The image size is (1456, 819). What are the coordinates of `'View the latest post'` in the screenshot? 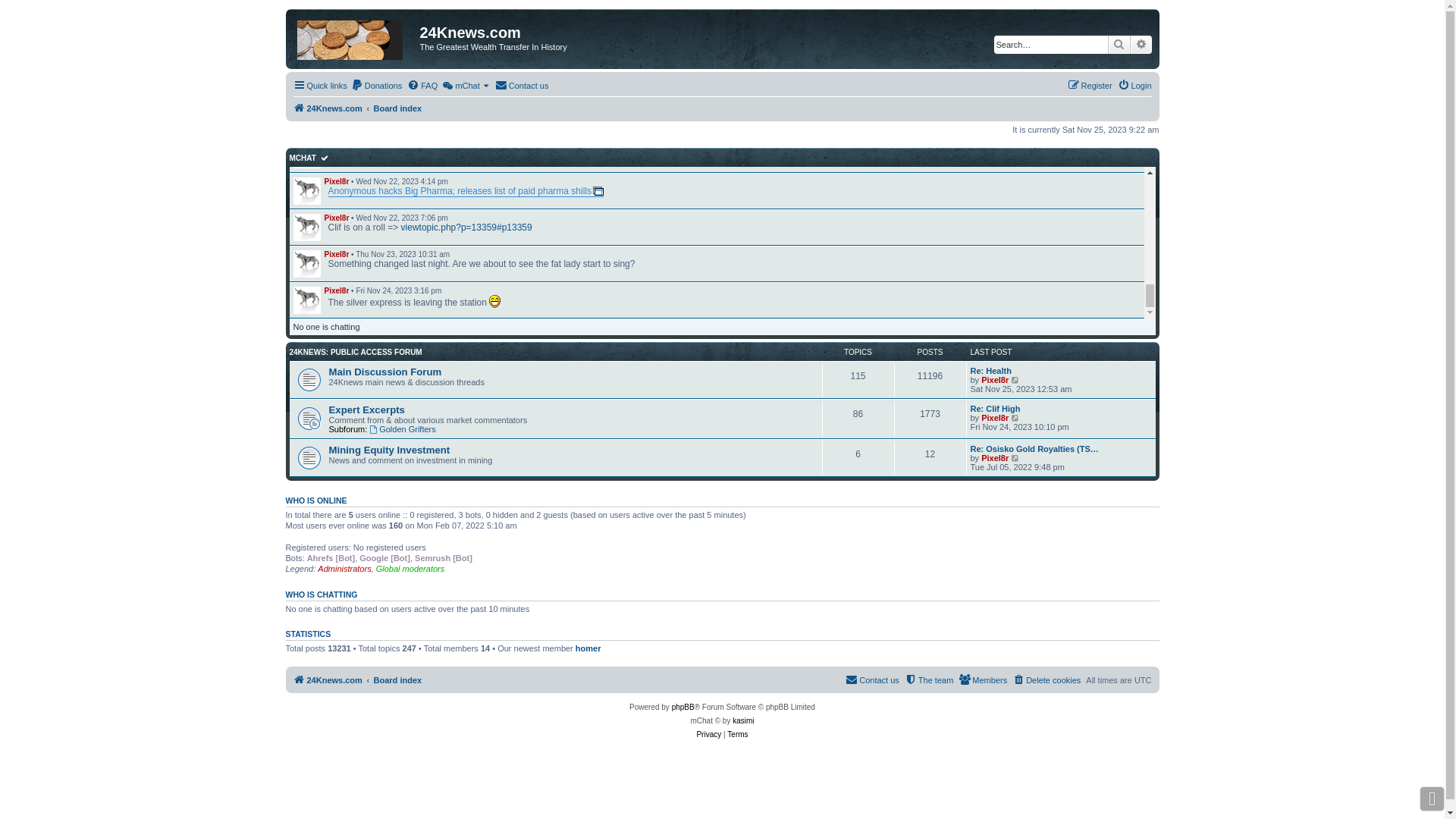 It's located at (1015, 418).